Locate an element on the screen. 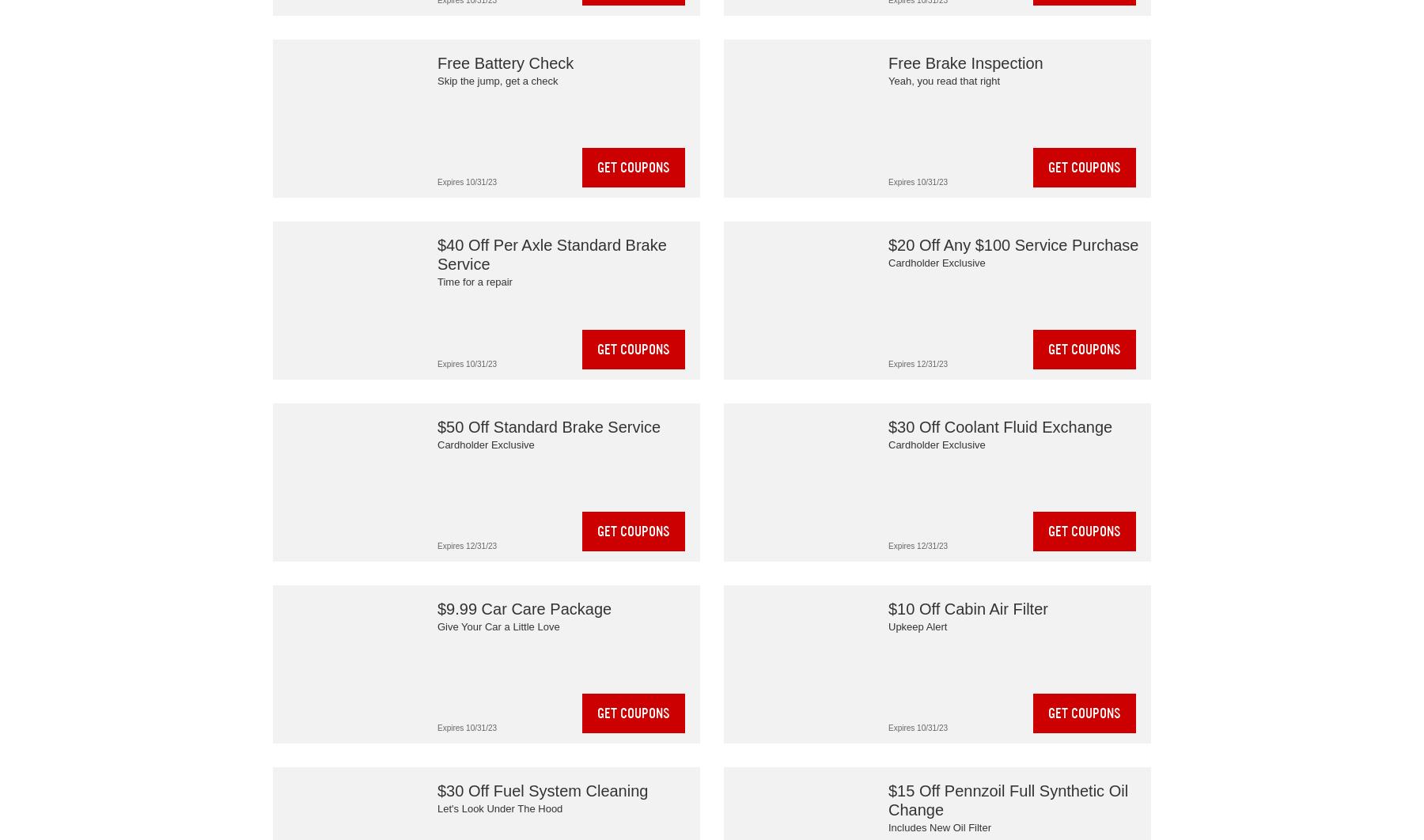  '$40 Off Per Axle Standard Brake Service' is located at coordinates (551, 253).